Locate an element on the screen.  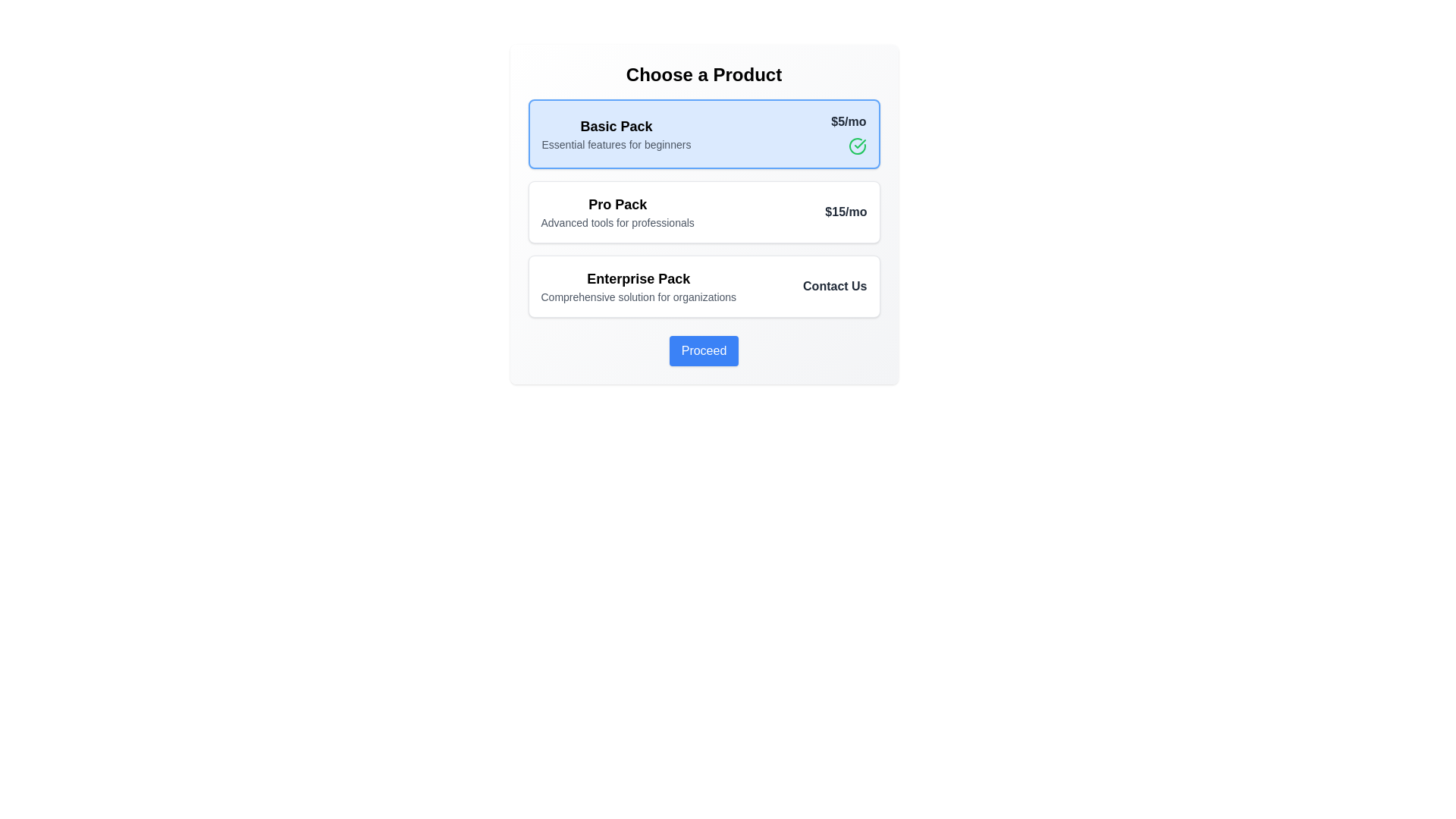
the description text label for the 'Pro Pack' product option, which is positioned directly beneath the bold 'Pro Pack' label in the second product option box is located at coordinates (617, 222).